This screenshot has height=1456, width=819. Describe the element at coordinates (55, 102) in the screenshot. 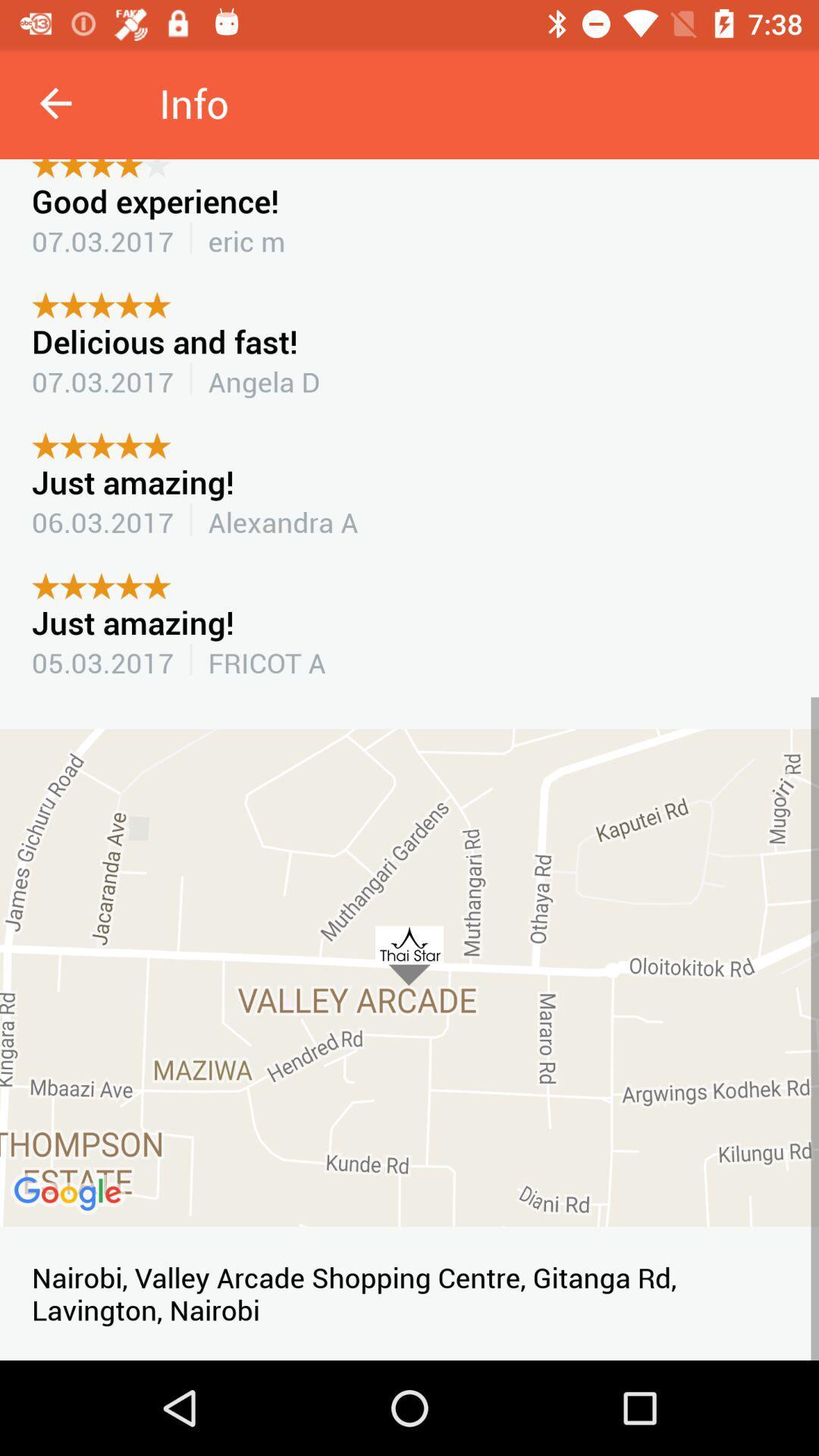

I see `the icon next to info` at that location.